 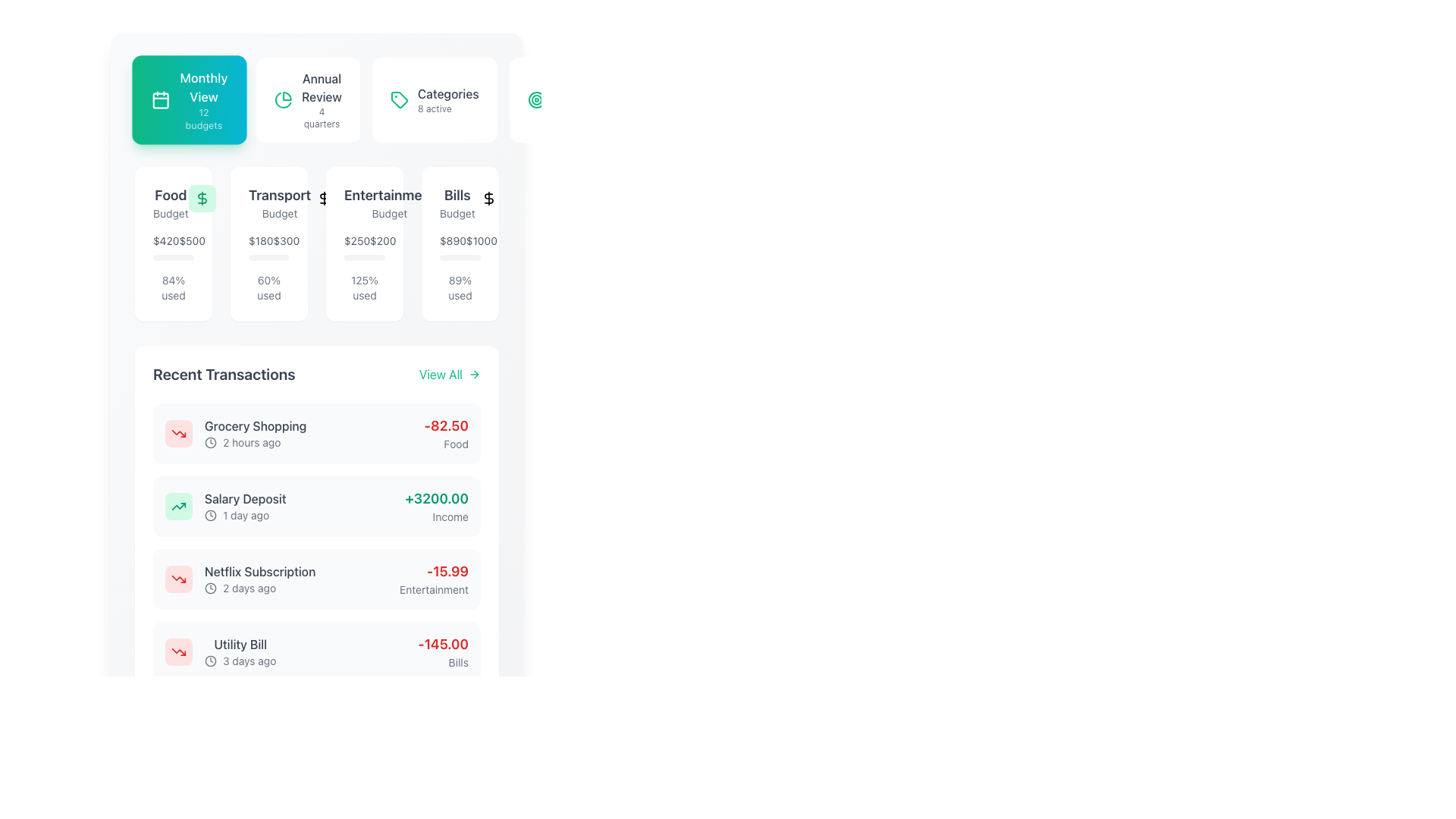 What do you see at coordinates (447, 99) in the screenshot?
I see `the 'Categories' label, which displays 'Categories' in a larger font and '8 active' underneath in a smaller, faded font, located in the third item of the navigation bar` at bounding box center [447, 99].